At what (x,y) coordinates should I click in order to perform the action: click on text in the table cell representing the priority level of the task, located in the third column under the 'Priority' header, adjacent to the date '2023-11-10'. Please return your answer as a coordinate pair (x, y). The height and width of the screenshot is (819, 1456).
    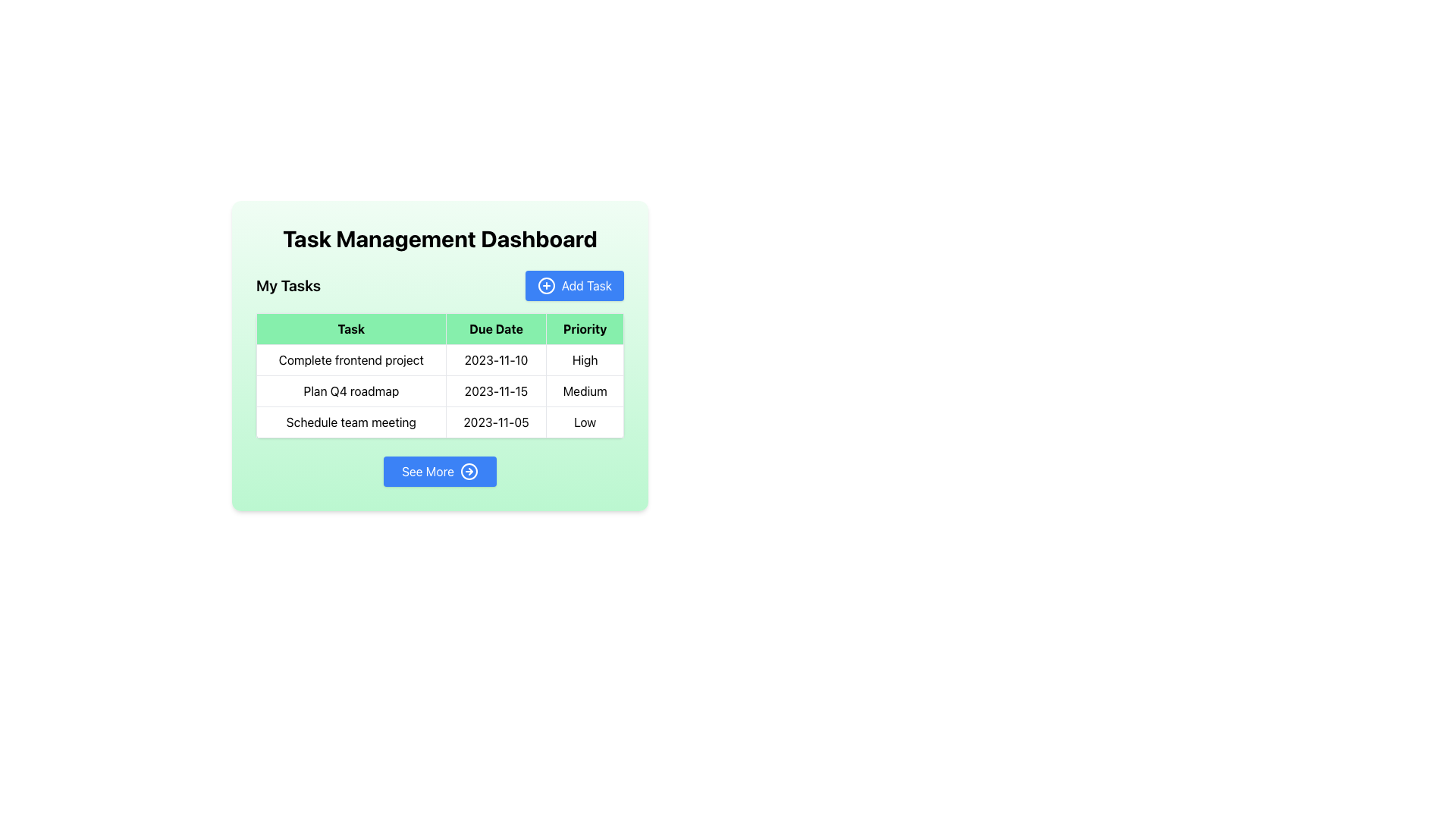
    Looking at the image, I should click on (584, 359).